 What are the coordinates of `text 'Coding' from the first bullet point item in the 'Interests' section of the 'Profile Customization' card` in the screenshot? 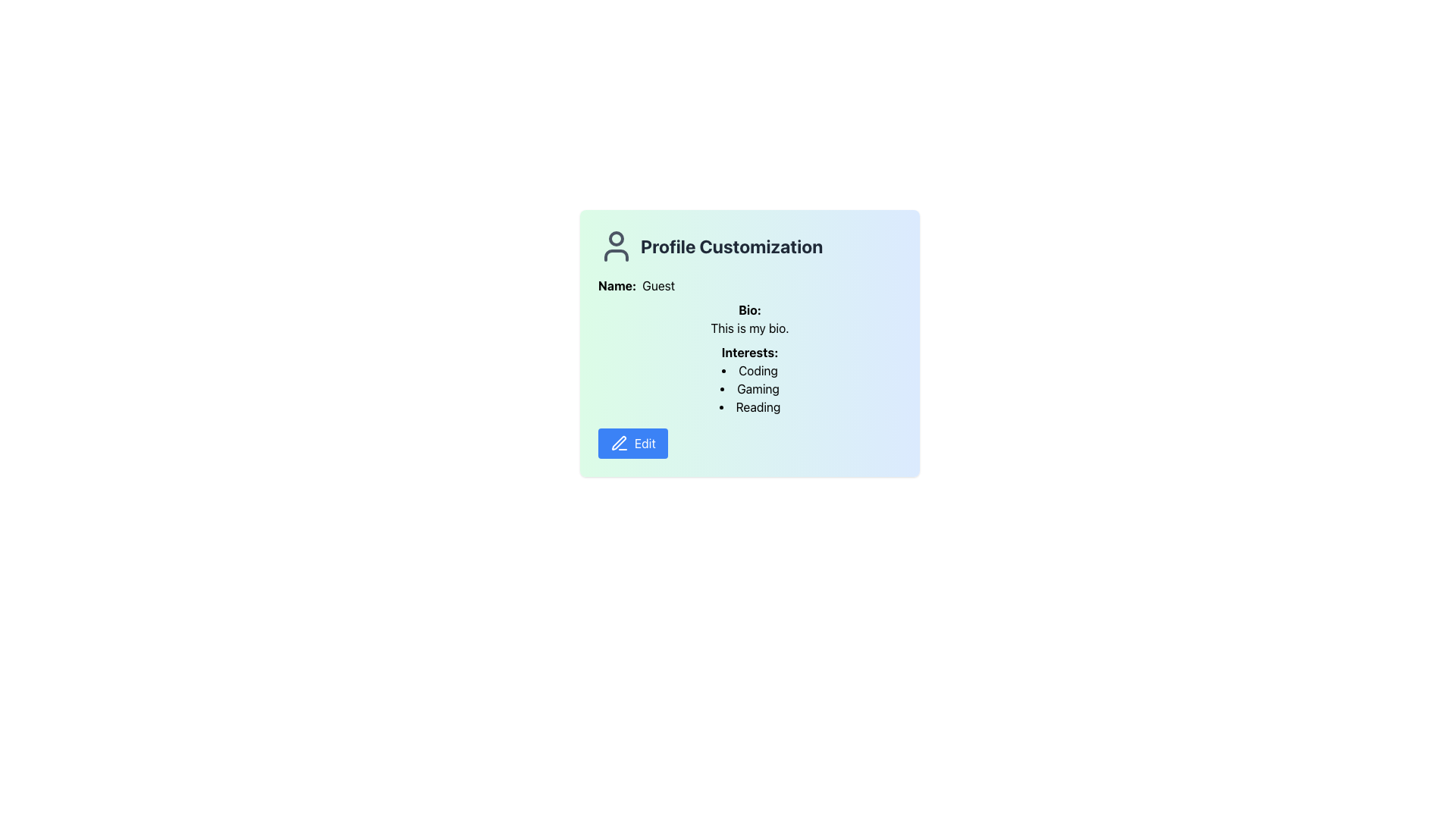 It's located at (749, 371).